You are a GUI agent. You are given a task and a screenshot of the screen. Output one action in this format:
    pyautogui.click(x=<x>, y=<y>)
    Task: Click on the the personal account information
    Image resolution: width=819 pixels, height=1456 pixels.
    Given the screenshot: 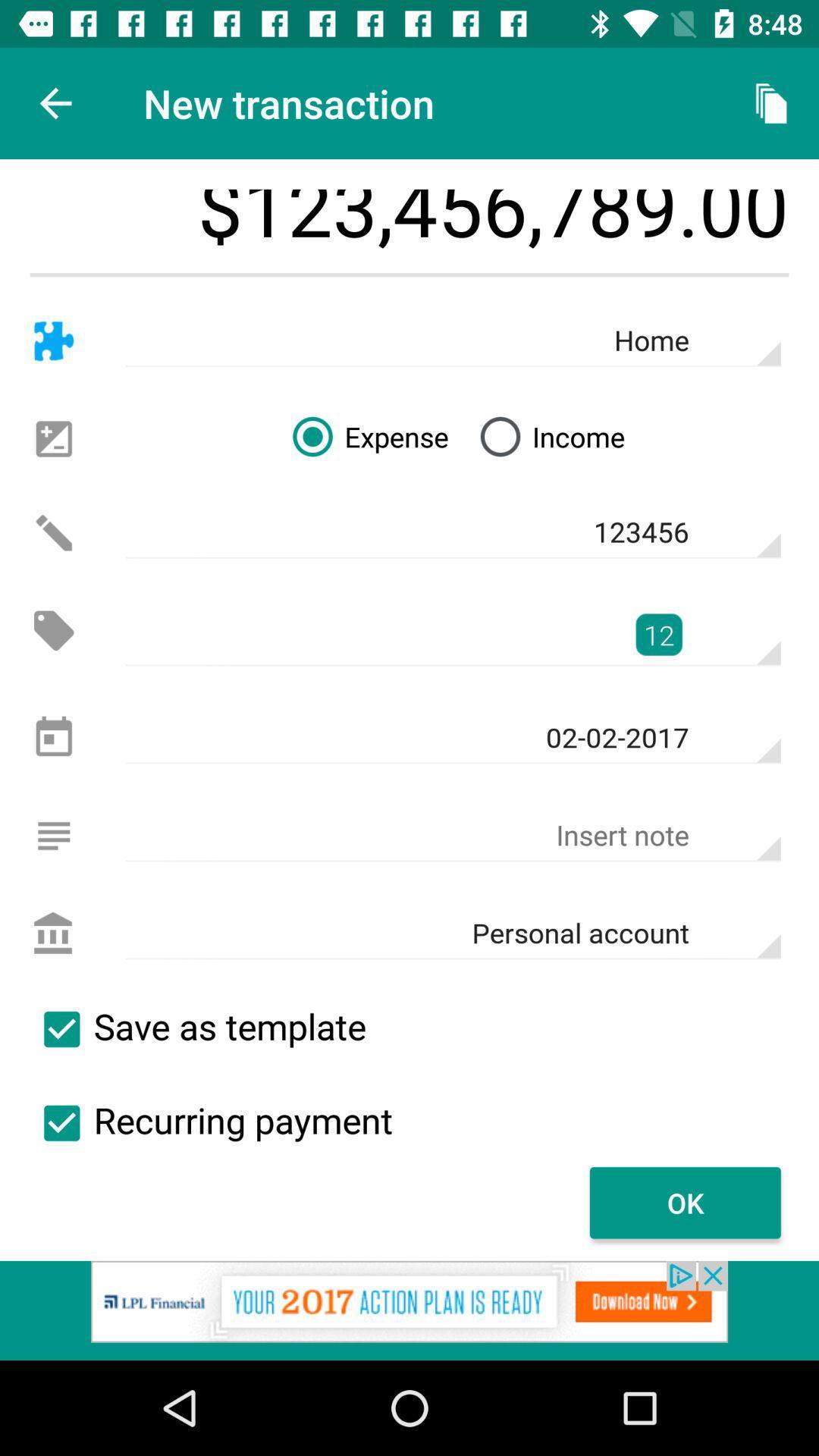 What is the action you would take?
    pyautogui.click(x=53, y=933)
    